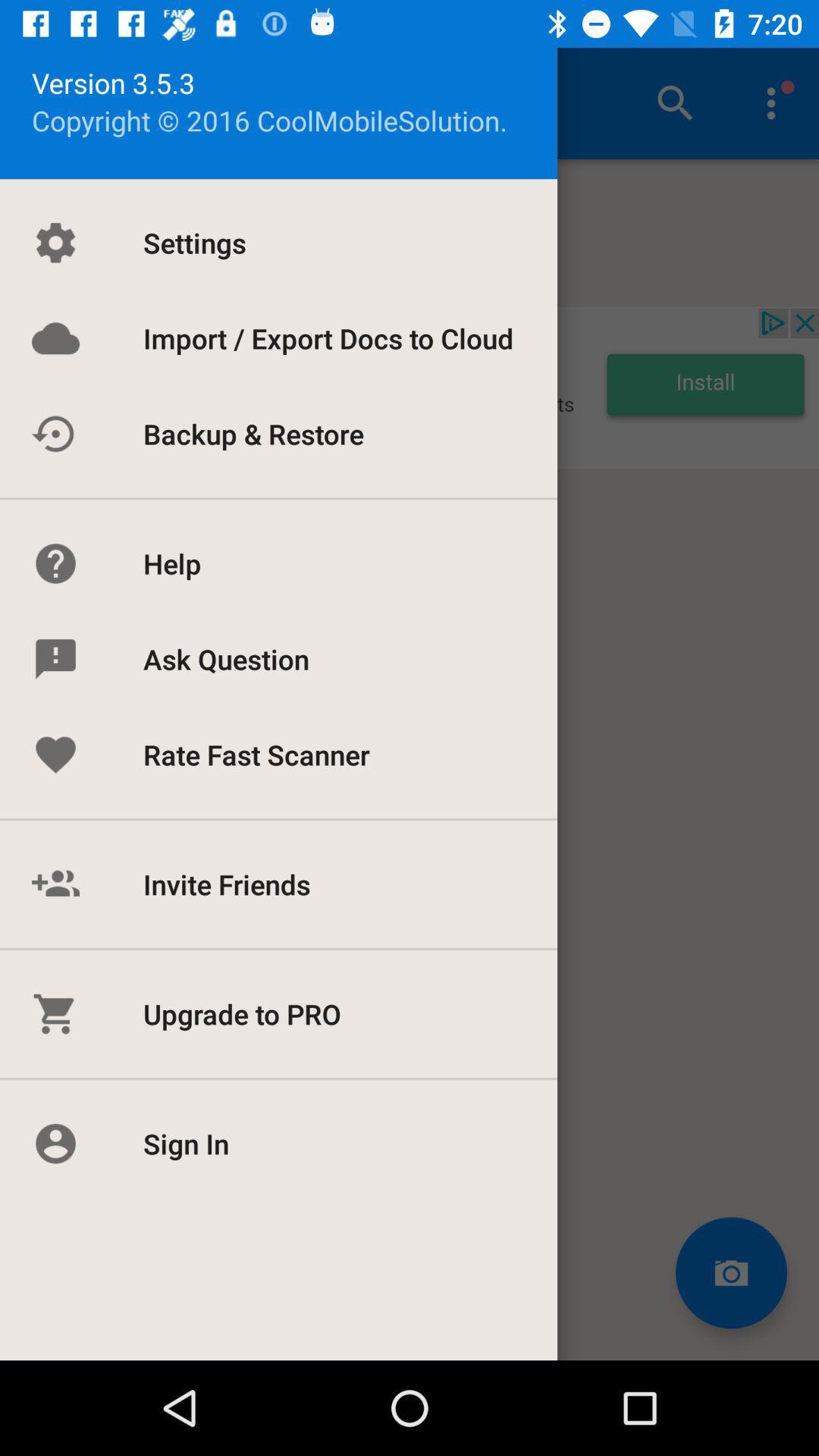 This screenshot has height=1456, width=819. I want to click on the icon at the top right of the page, so click(675, 103).